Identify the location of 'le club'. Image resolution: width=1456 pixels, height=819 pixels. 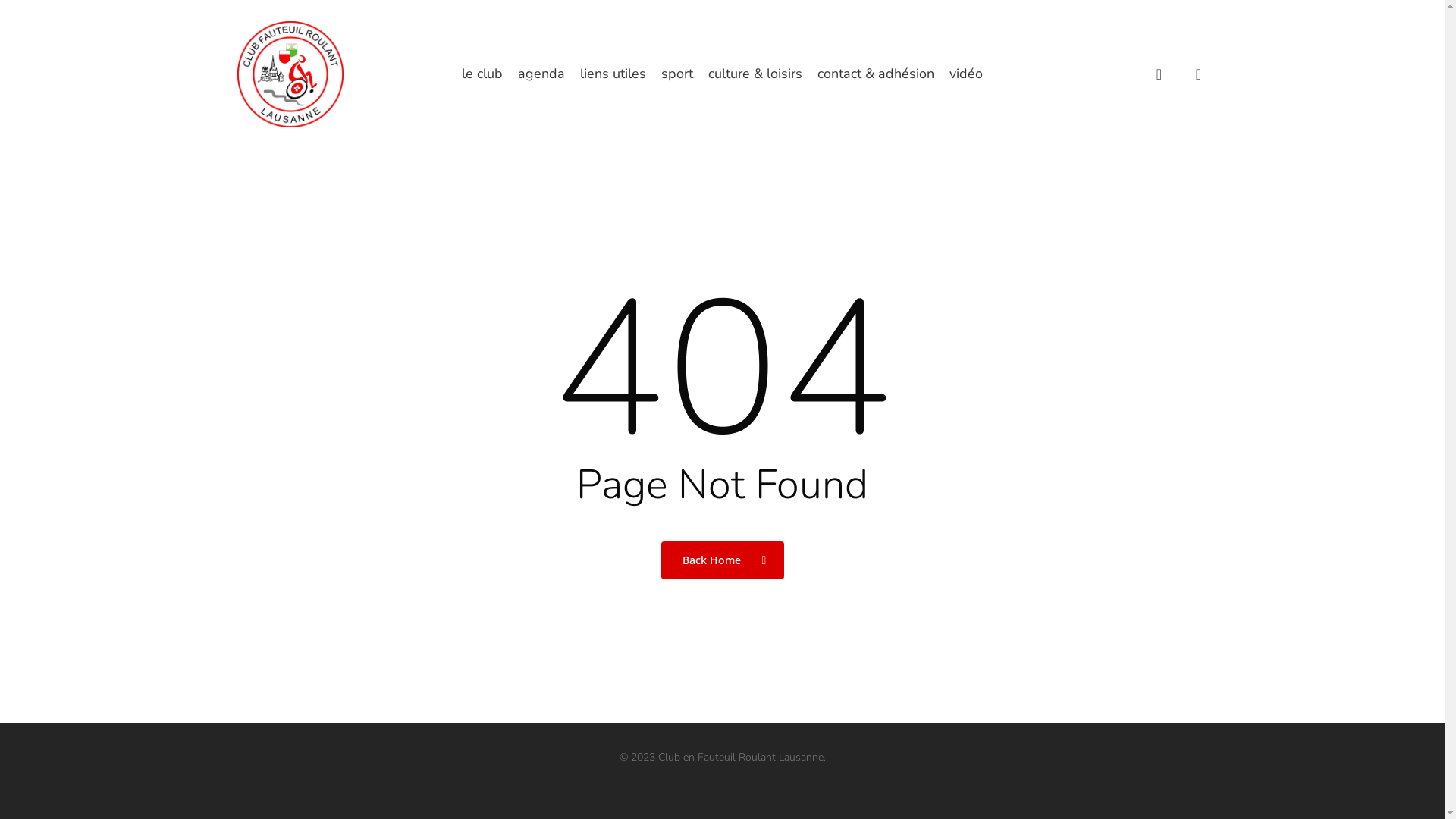
(482, 74).